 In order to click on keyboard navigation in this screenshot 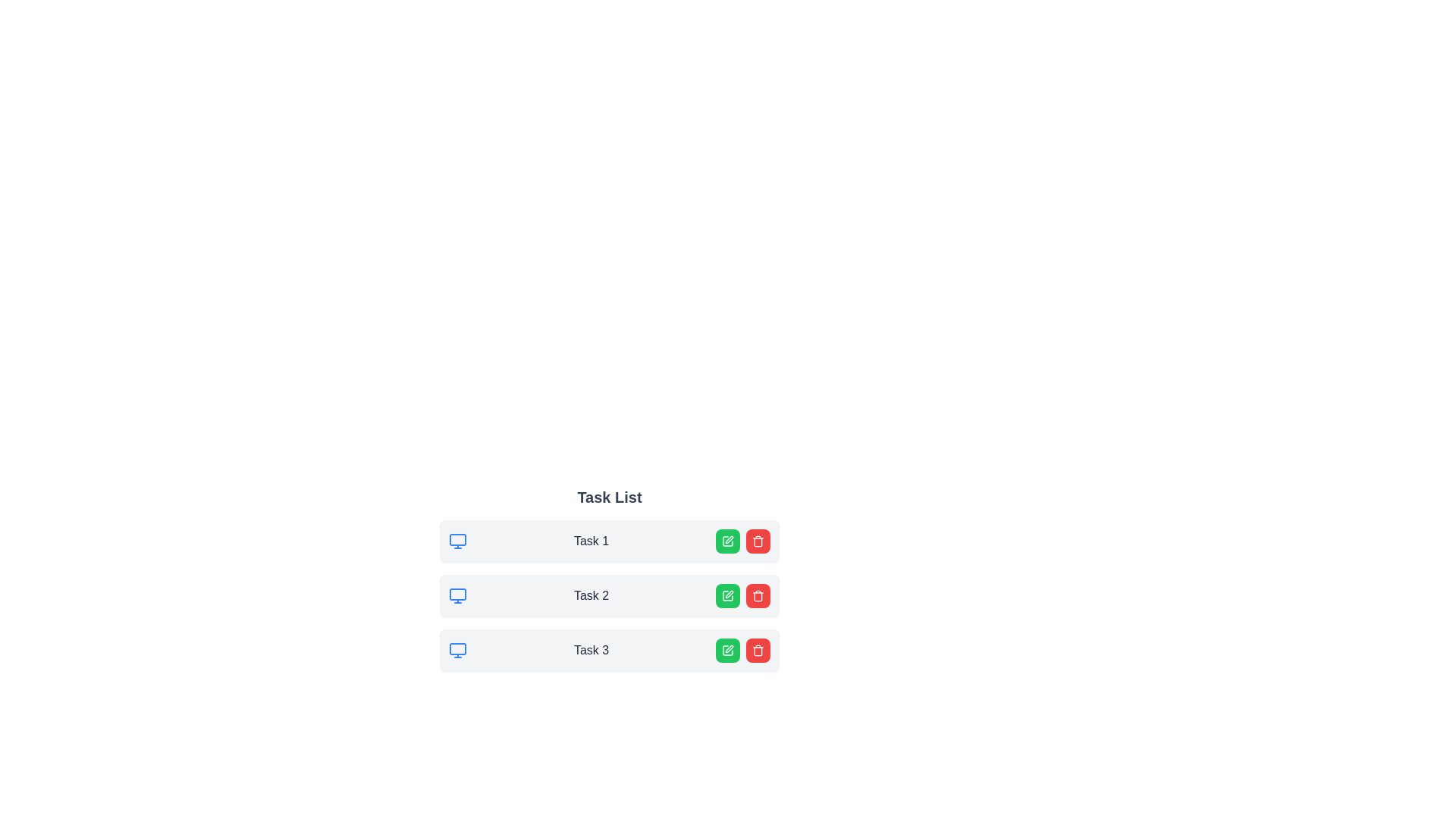, I will do `click(758, 595)`.